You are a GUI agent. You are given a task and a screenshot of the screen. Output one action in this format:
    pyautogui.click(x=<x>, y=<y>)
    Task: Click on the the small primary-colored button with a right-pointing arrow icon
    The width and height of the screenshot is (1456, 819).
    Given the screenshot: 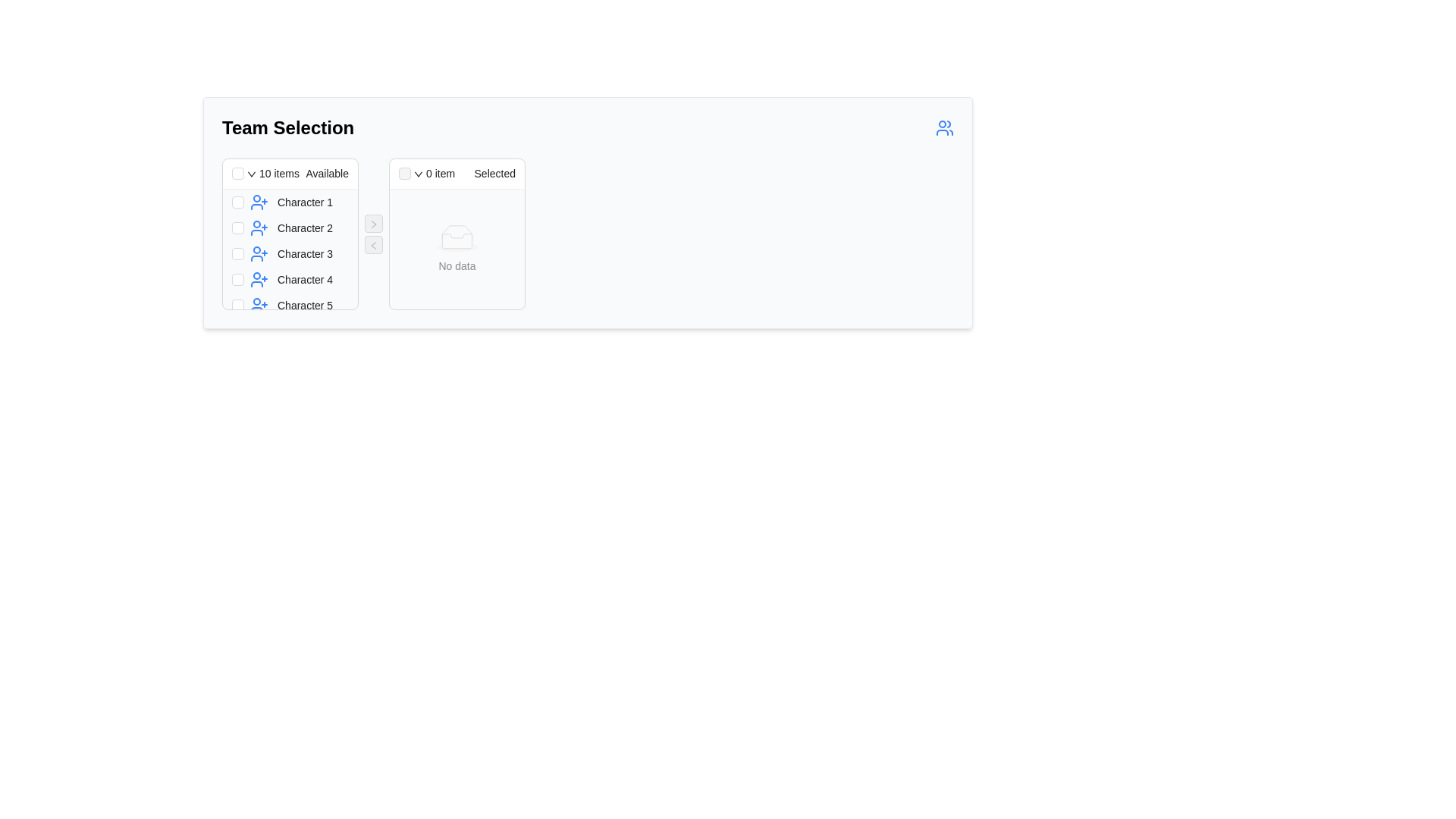 What is the action you would take?
    pyautogui.click(x=374, y=223)
    